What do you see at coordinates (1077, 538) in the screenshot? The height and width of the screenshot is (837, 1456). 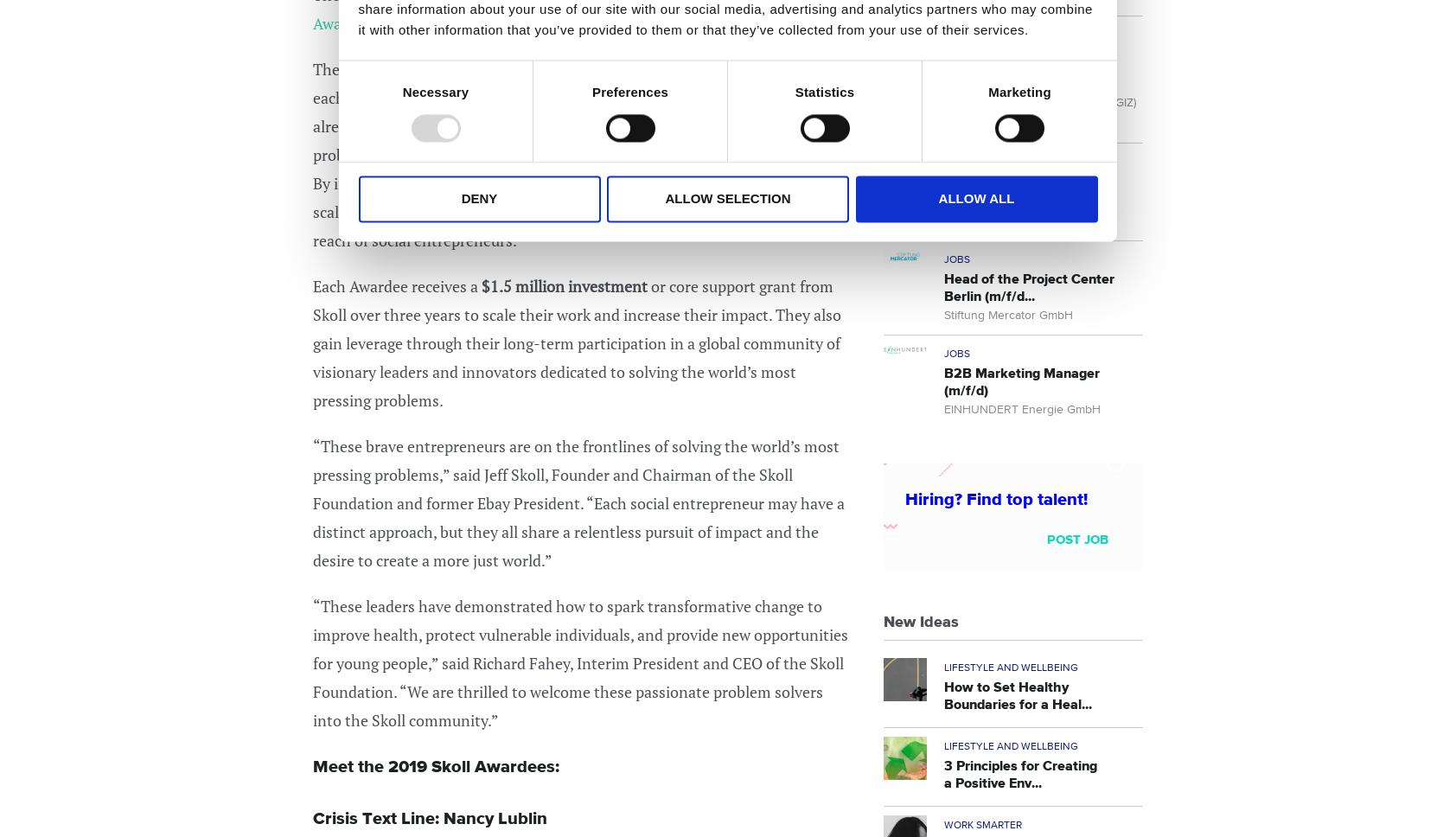 I see `'Post Job'` at bounding box center [1077, 538].